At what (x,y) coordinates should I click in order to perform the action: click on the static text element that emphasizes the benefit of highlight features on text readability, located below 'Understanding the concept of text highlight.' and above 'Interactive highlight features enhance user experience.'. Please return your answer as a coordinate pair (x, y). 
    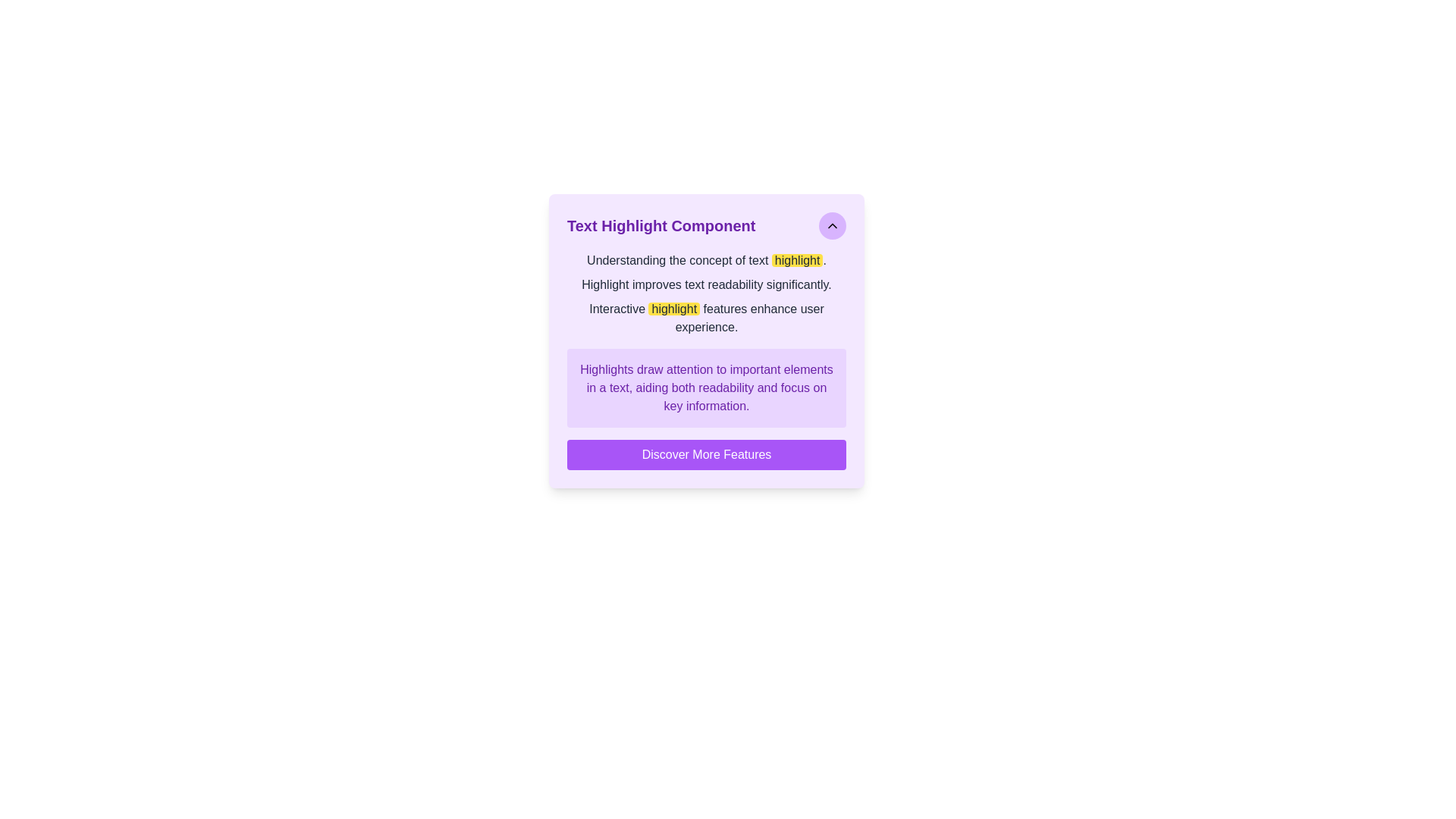
    Looking at the image, I should click on (705, 284).